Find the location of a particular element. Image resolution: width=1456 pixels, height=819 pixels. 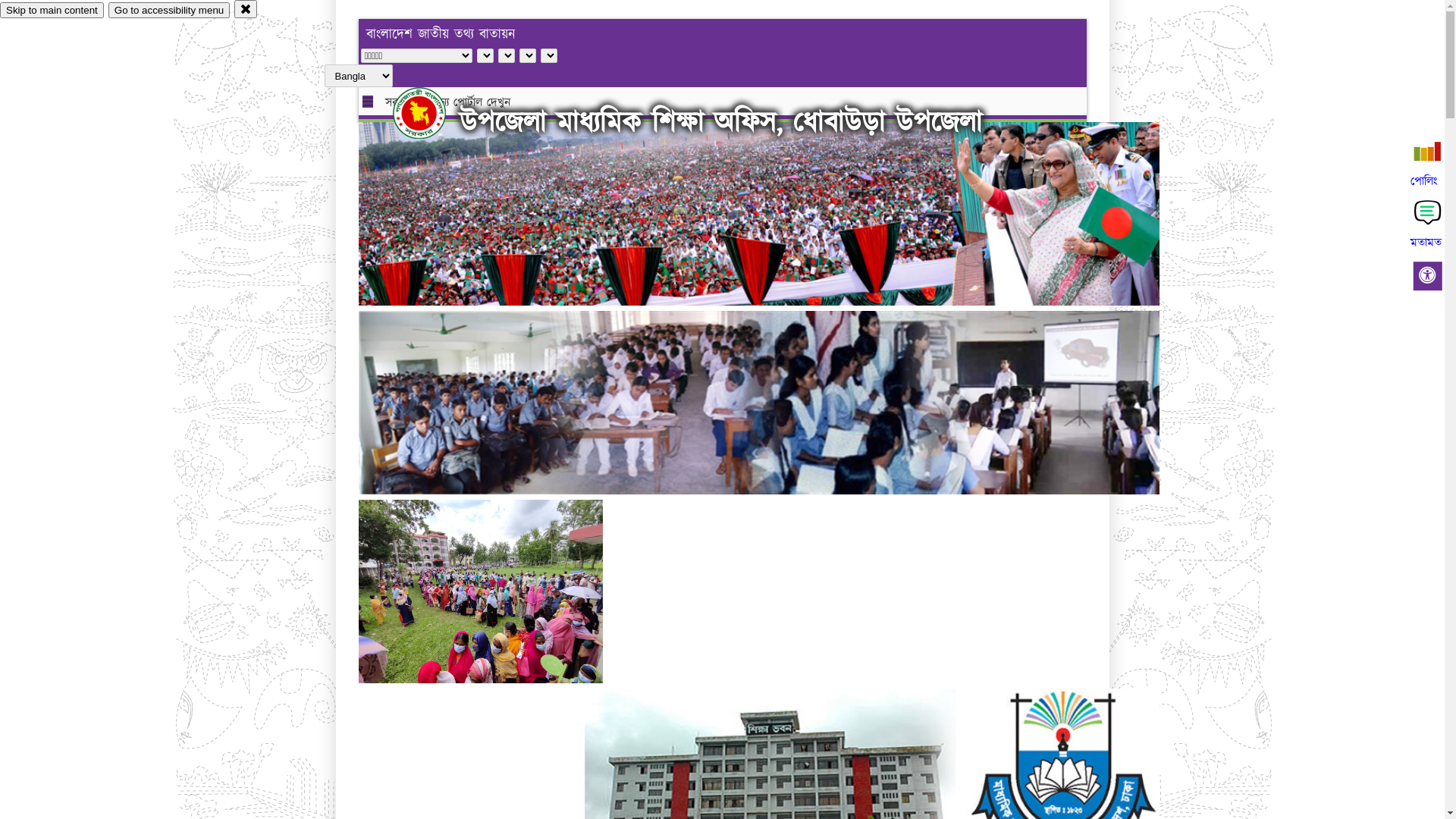

'Go to accessibility menu' is located at coordinates (168, 10).